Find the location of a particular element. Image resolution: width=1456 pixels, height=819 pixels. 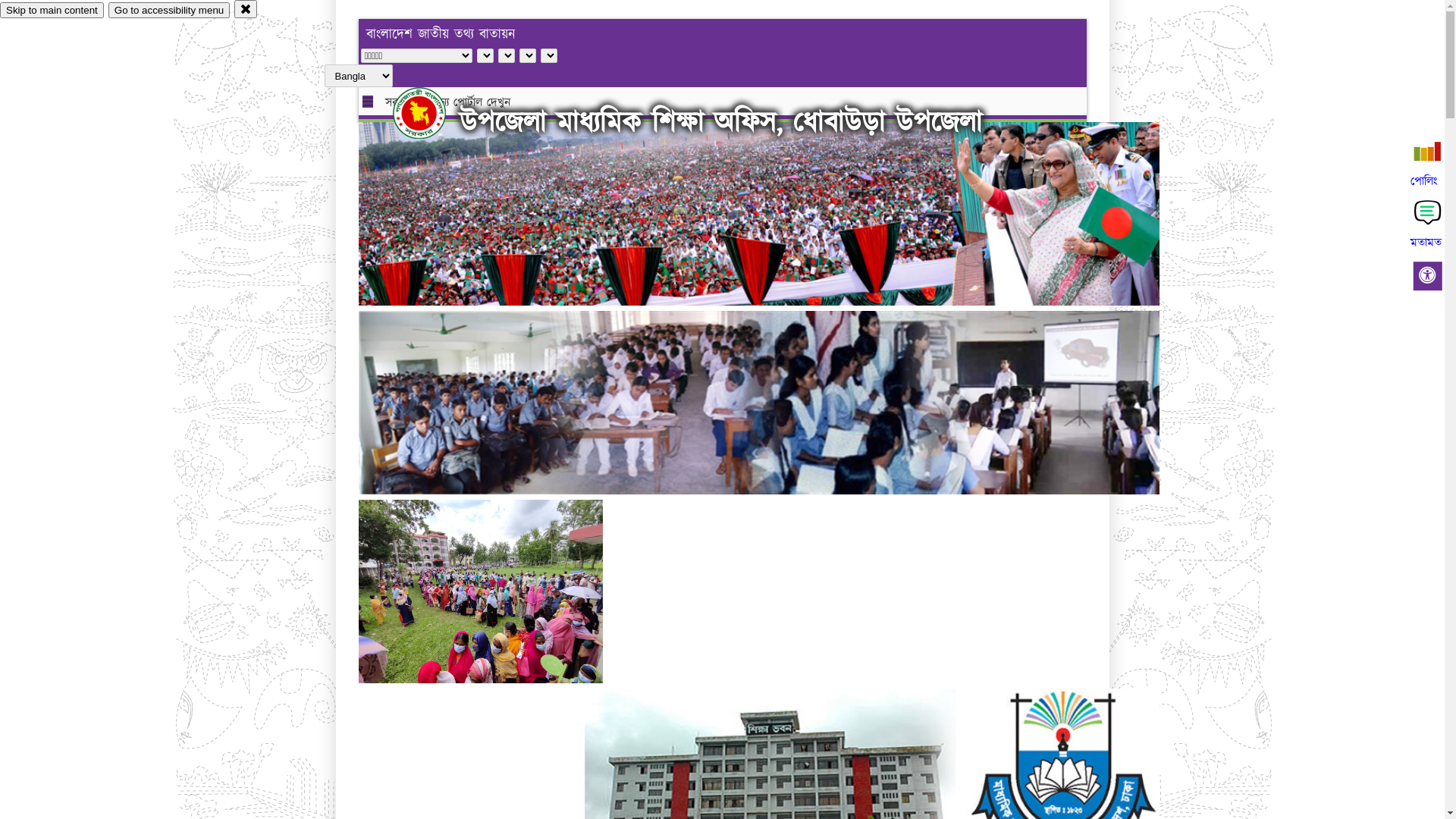

'Go to accessibility menu' is located at coordinates (168, 10).